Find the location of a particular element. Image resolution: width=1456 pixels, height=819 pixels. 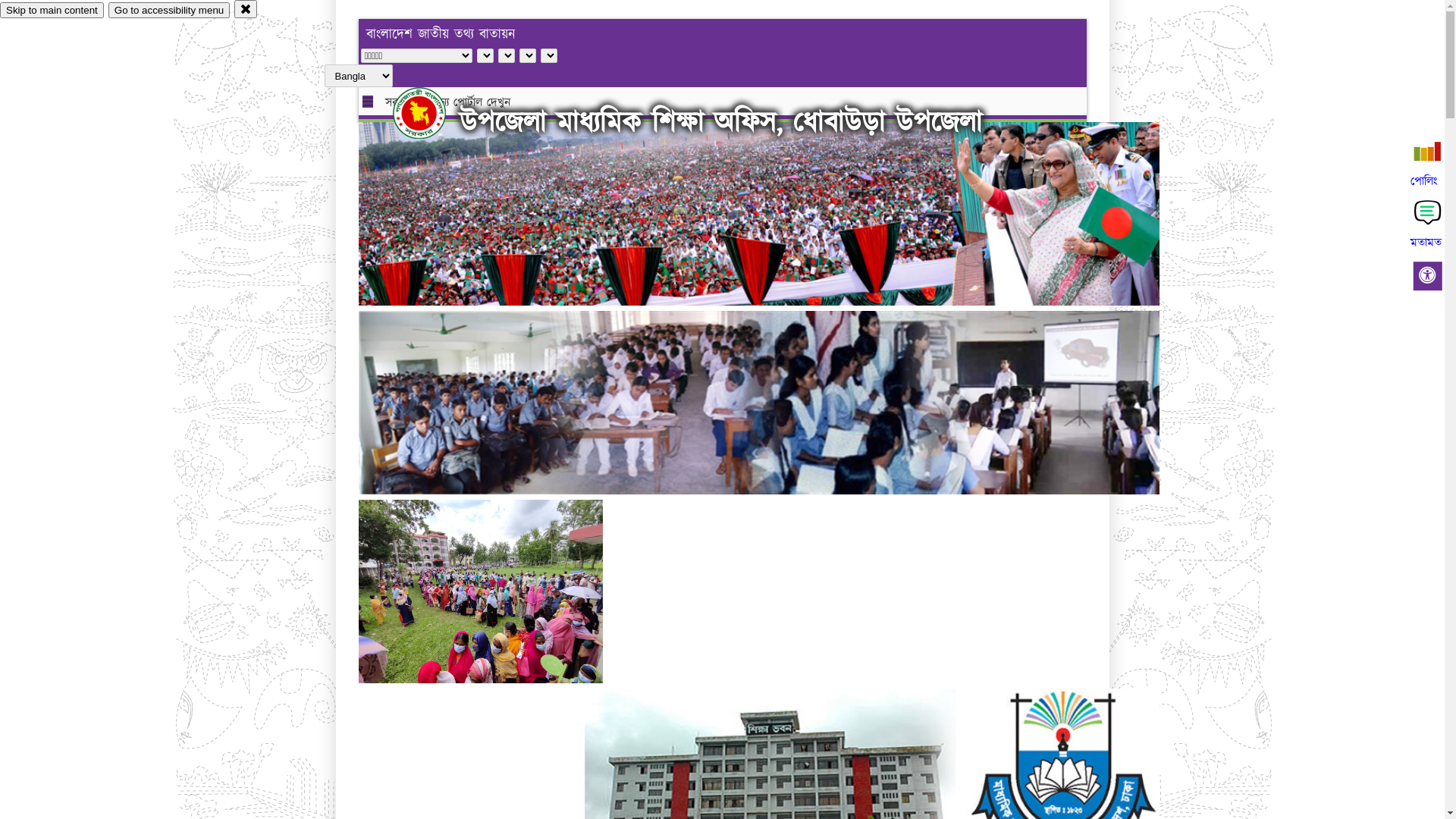

'Go to accessibility menu' is located at coordinates (168, 10).